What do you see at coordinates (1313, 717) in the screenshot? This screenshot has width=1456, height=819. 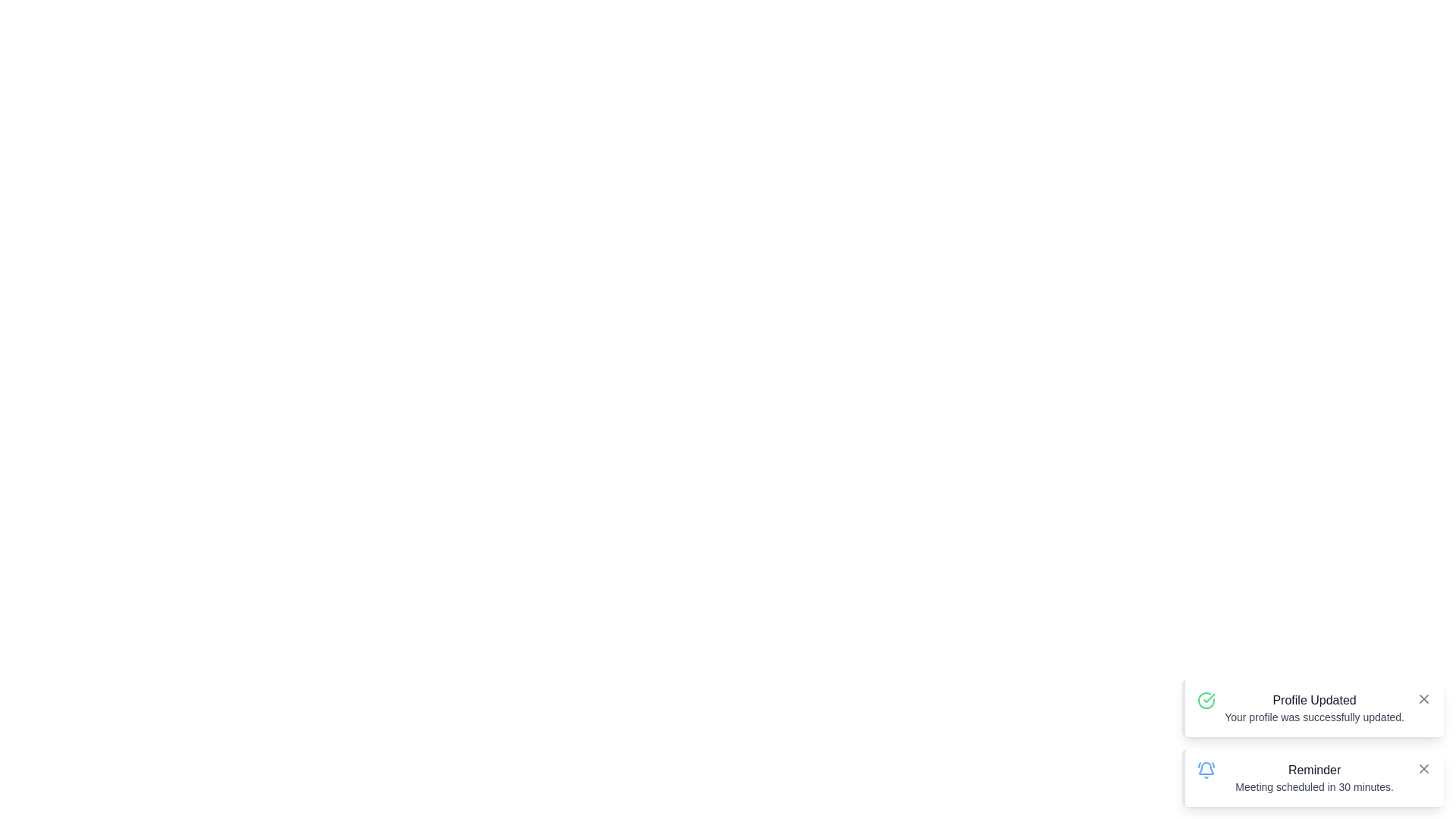 I see `message displayed in the text label that states 'Your profile was successfully updated.' located within the notification card for 'Profile Updated.'` at bounding box center [1313, 717].